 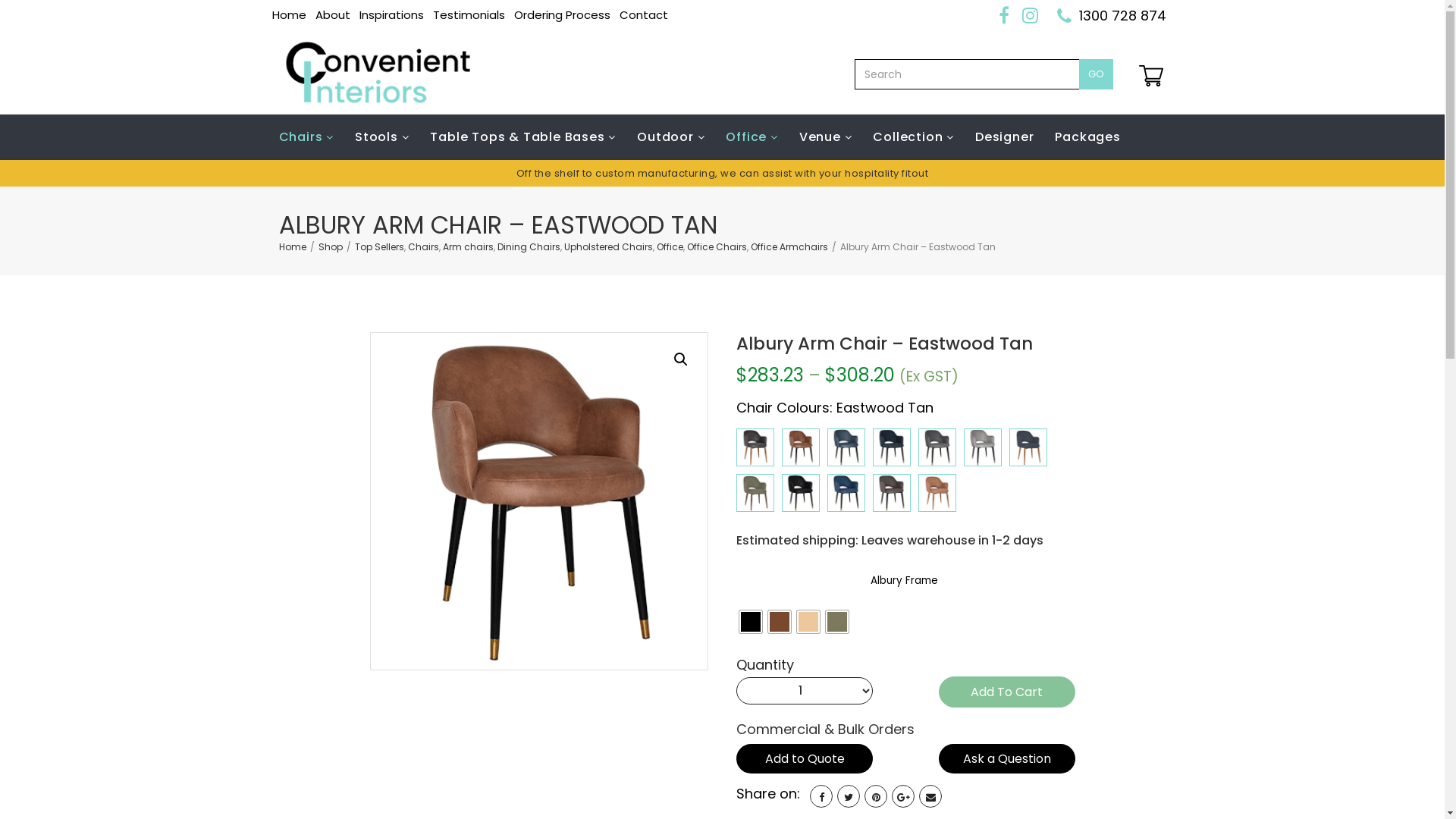 What do you see at coordinates (529, 246) in the screenshot?
I see `'Dining Chairs'` at bounding box center [529, 246].